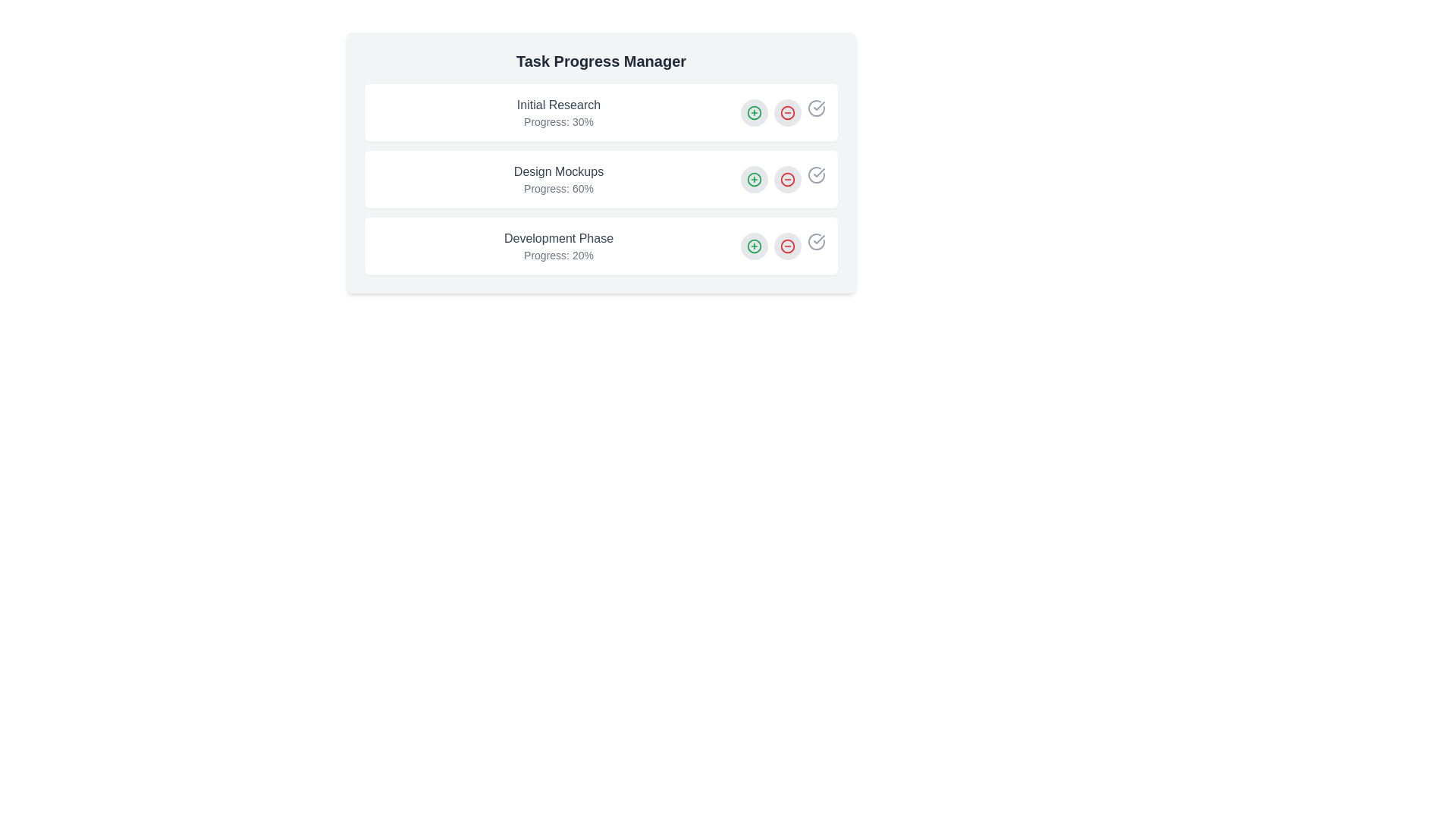  What do you see at coordinates (754, 178) in the screenshot?
I see `the circular button with a gray background and a plus icon inside, located on the right-hand side of the second row in the 'Design Mockups' list` at bounding box center [754, 178].